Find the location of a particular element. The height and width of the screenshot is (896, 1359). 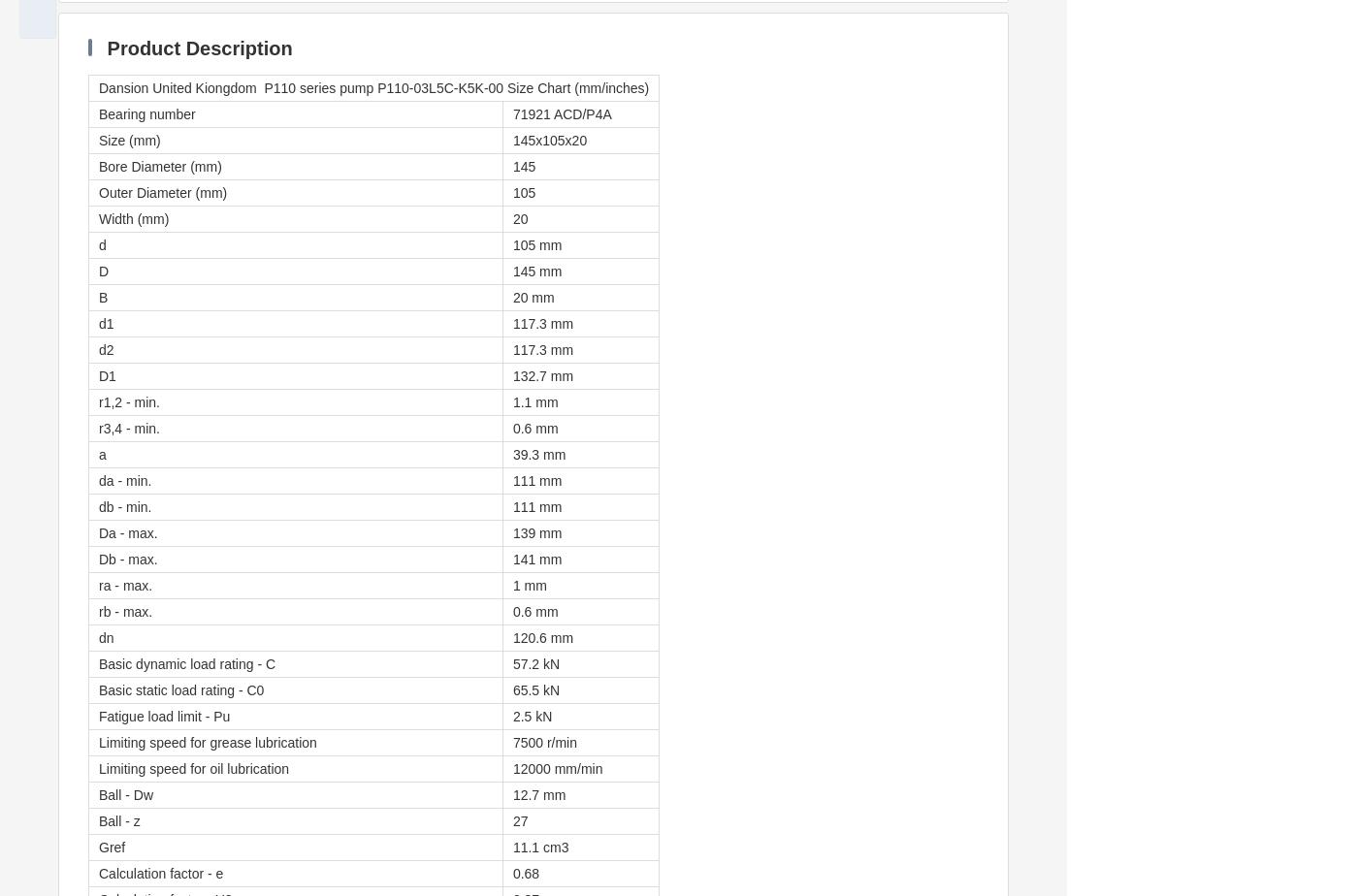

'Bore Diameter (mm)' is located at coordinates (159, 166).